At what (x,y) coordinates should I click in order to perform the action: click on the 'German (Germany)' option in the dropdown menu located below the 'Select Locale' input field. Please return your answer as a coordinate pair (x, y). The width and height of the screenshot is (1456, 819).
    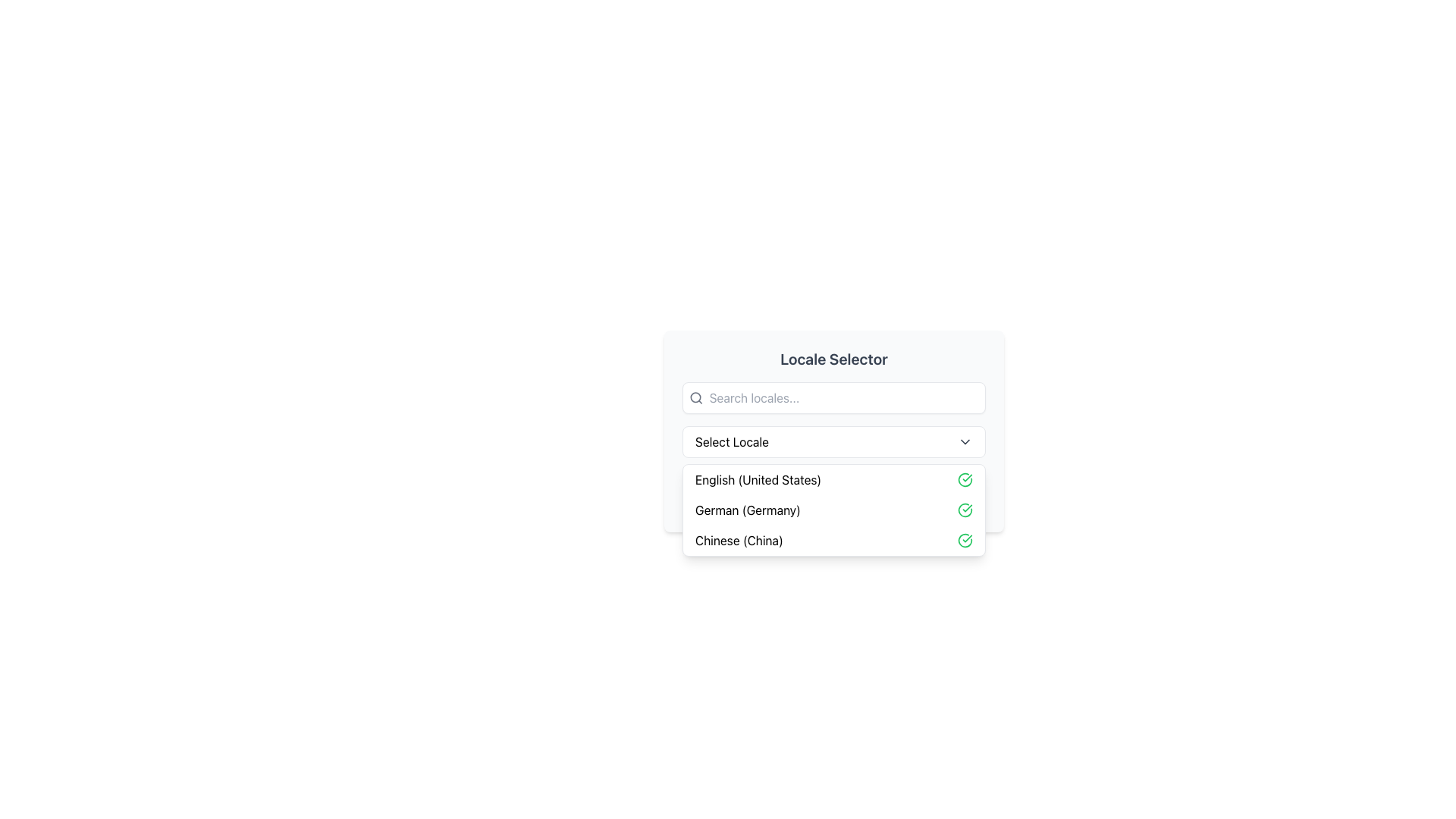
    Looking at the image, I should click on (833, 510).